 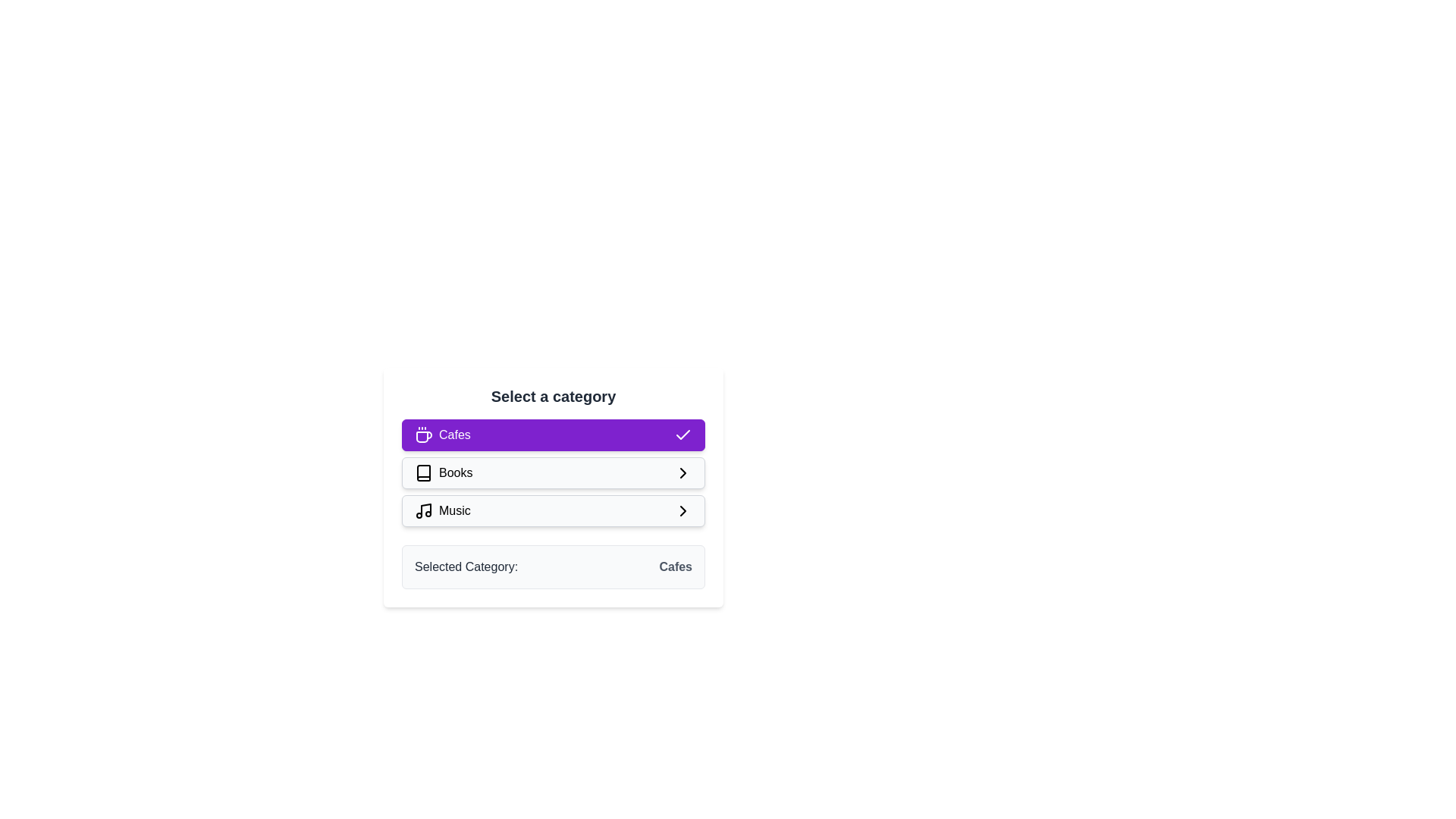 What do you see at coordinates (423, 472) in the screenshot?
I see `the 'Books' category icon in the 'Select a category' section, which is visually represented as an SVG icon to the left of the text label 'Books'` at bounding box center [423, 472].